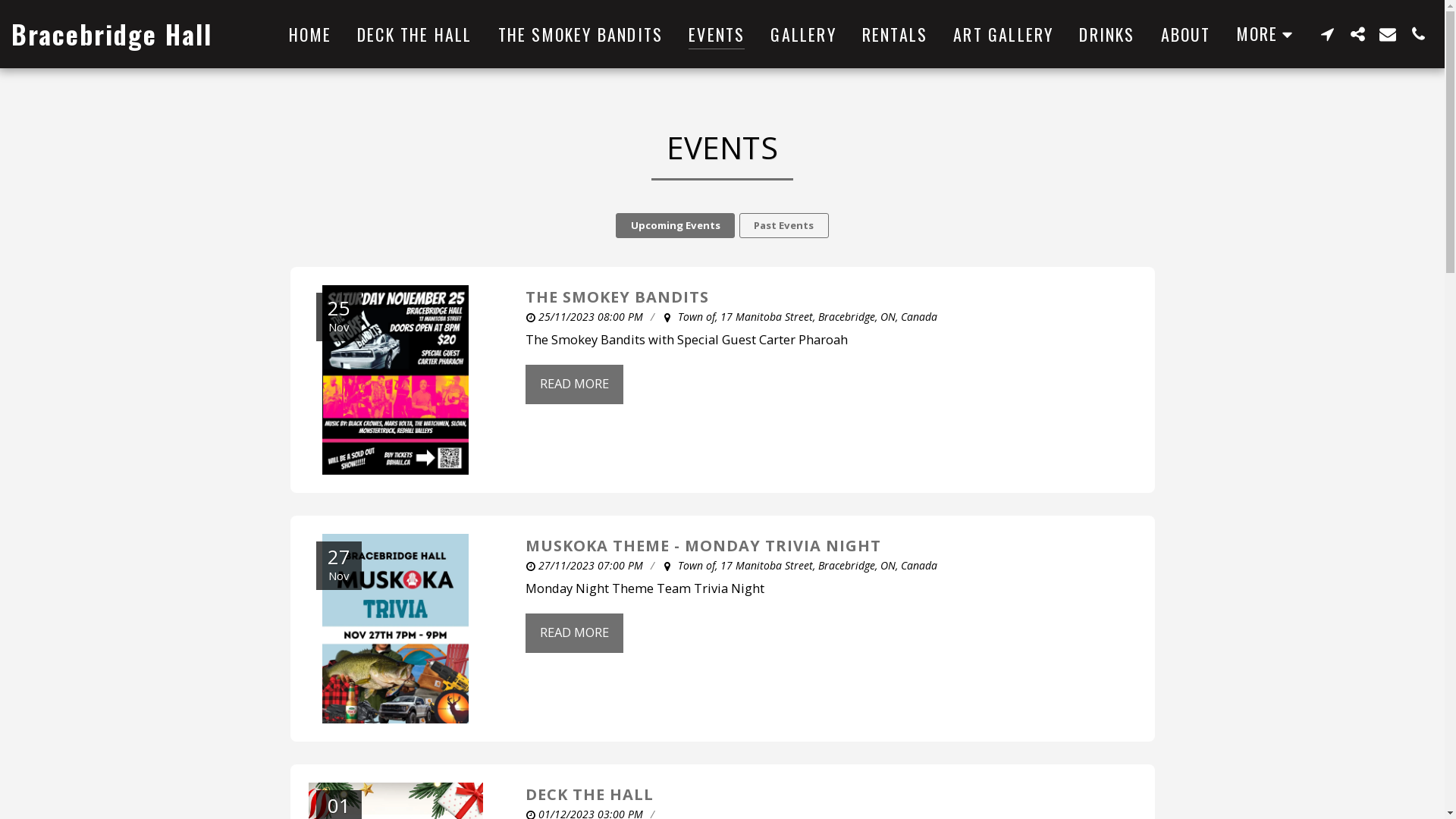 Image resolution: width=1456 pixels, height=819 pixels. Describe the element at coordinates (1003, 34) in the screenshot. I see `'ART GALLERY'` at that location.